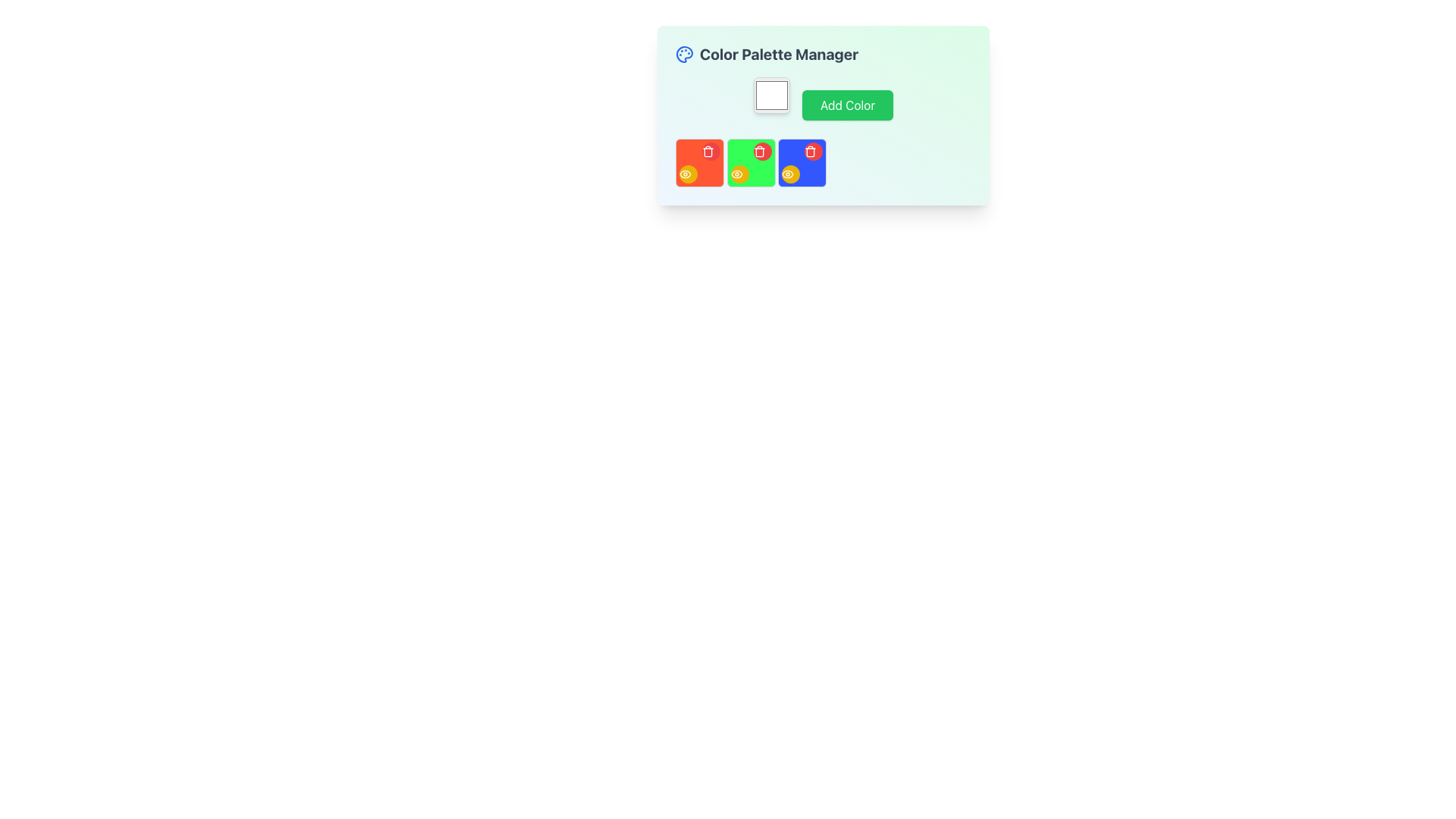  I want to click on the 'Add Color' button with a green background and white bold text, located in the 'Color Palette Manager' section, so click(822, 99).